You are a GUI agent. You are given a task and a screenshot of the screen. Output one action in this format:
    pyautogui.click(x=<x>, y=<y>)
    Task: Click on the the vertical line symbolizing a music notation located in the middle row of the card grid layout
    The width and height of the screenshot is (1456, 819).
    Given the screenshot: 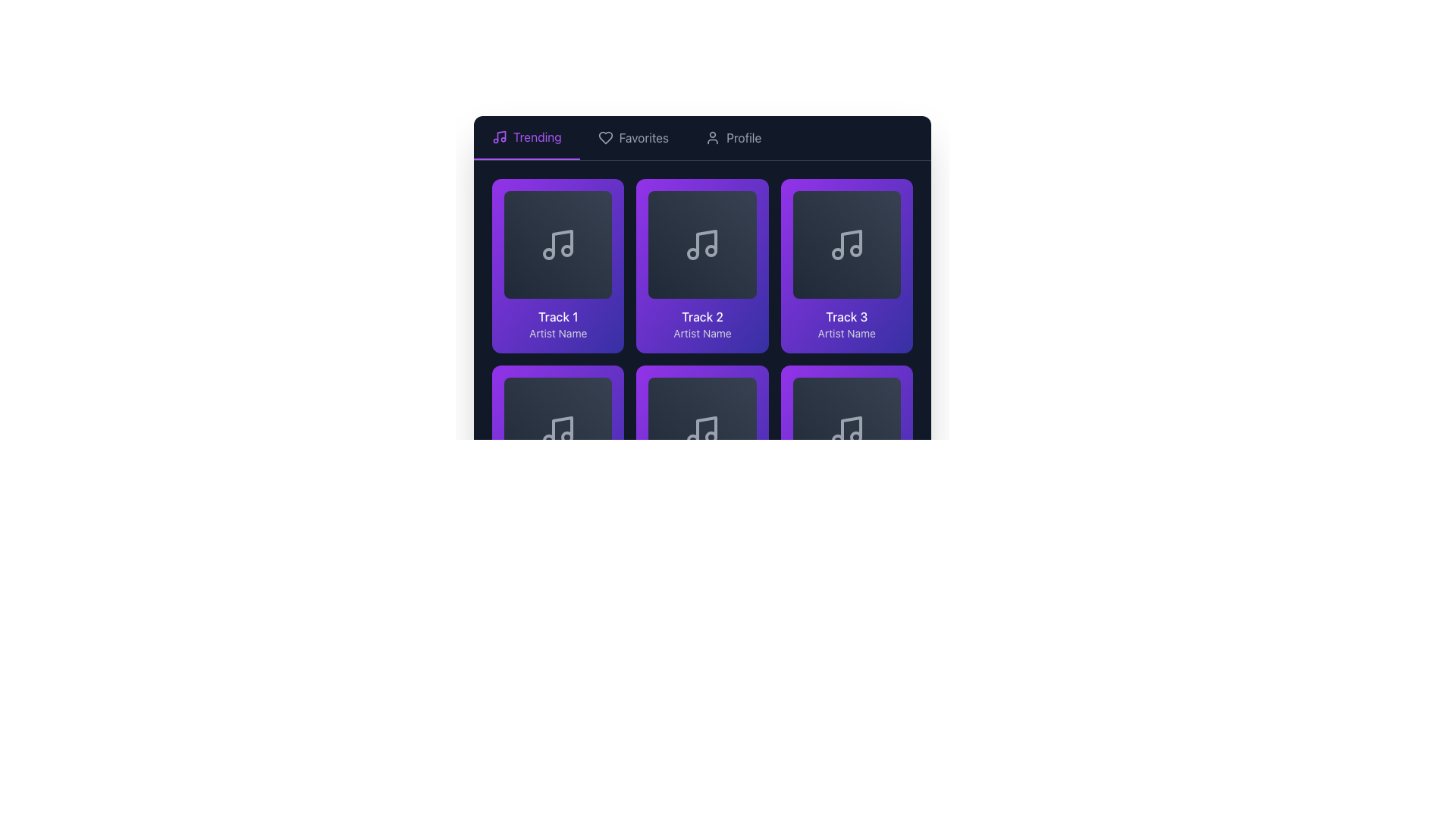 What is the action you would take?
    pyautogui.click(x=706, y=429)
    